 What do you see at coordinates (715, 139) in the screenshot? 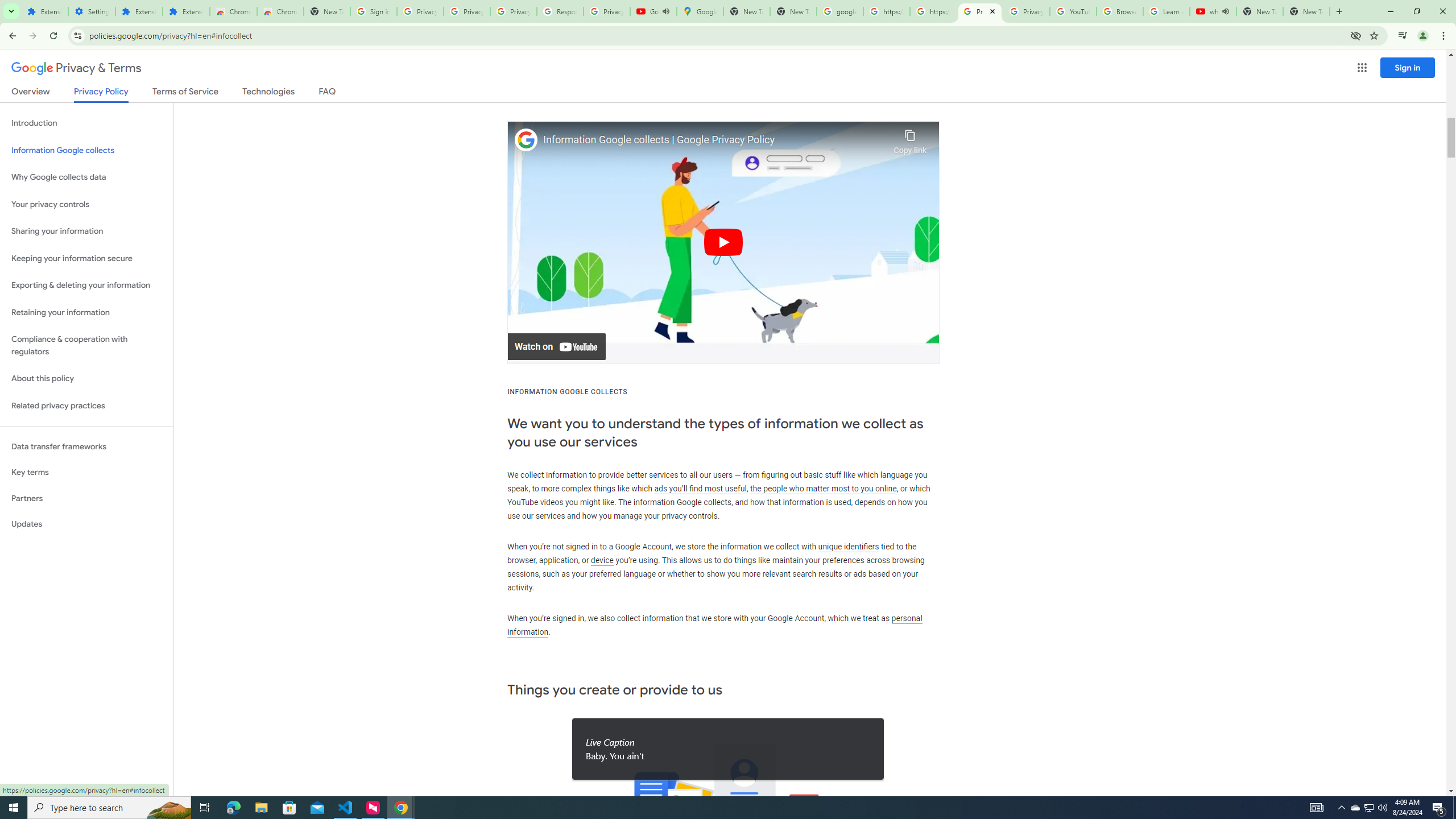
I see `'Information Google collects | Google Privacy Policy'` at bounding box center [715, 139].